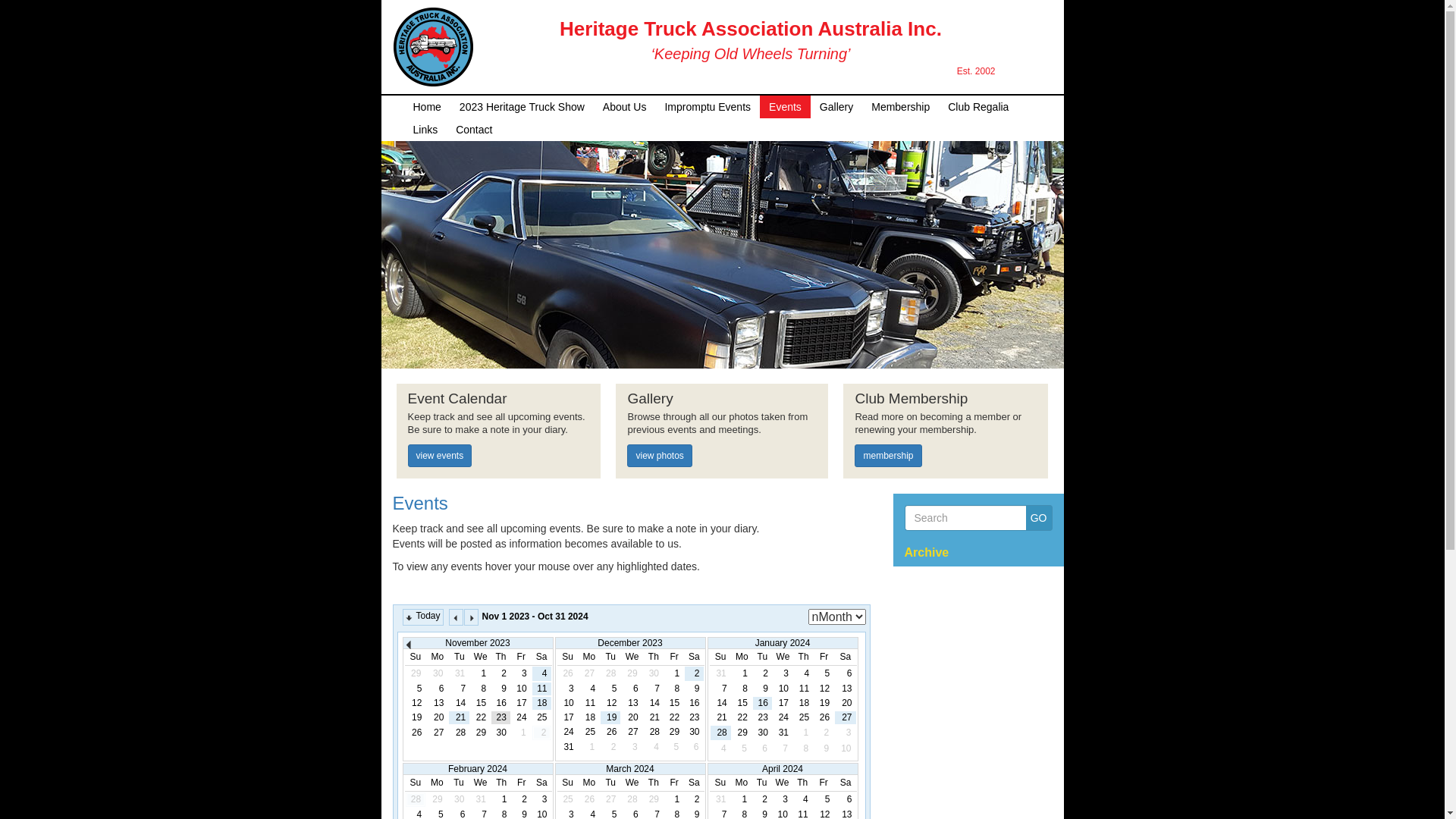 This screenshot has height=819, width=1456. Describe the element at coordinates (471, 673) in the screenshot. I see `'1'` at that location.